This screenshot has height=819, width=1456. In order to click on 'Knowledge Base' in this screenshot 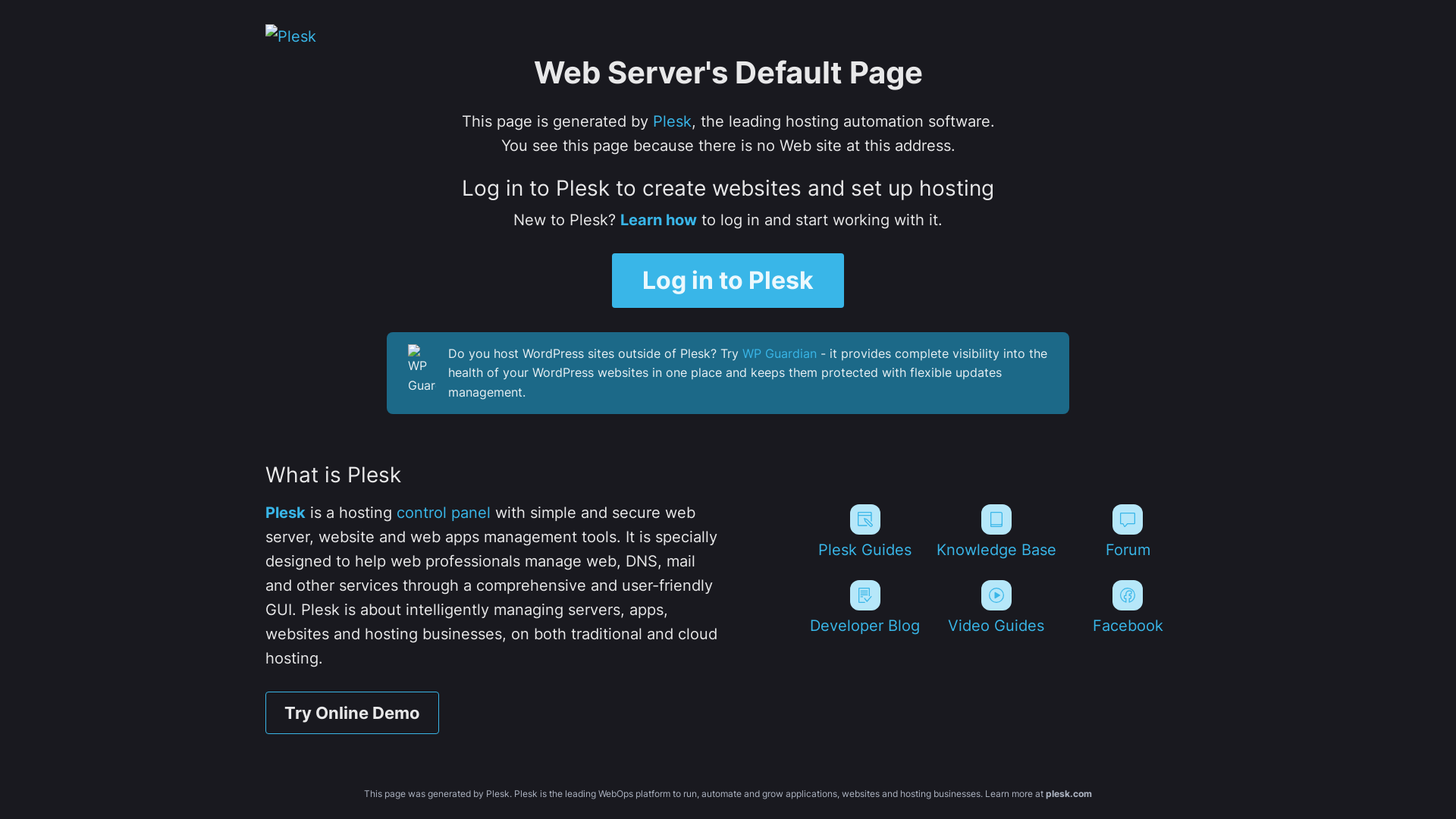, I will do `click(996, 531)`.